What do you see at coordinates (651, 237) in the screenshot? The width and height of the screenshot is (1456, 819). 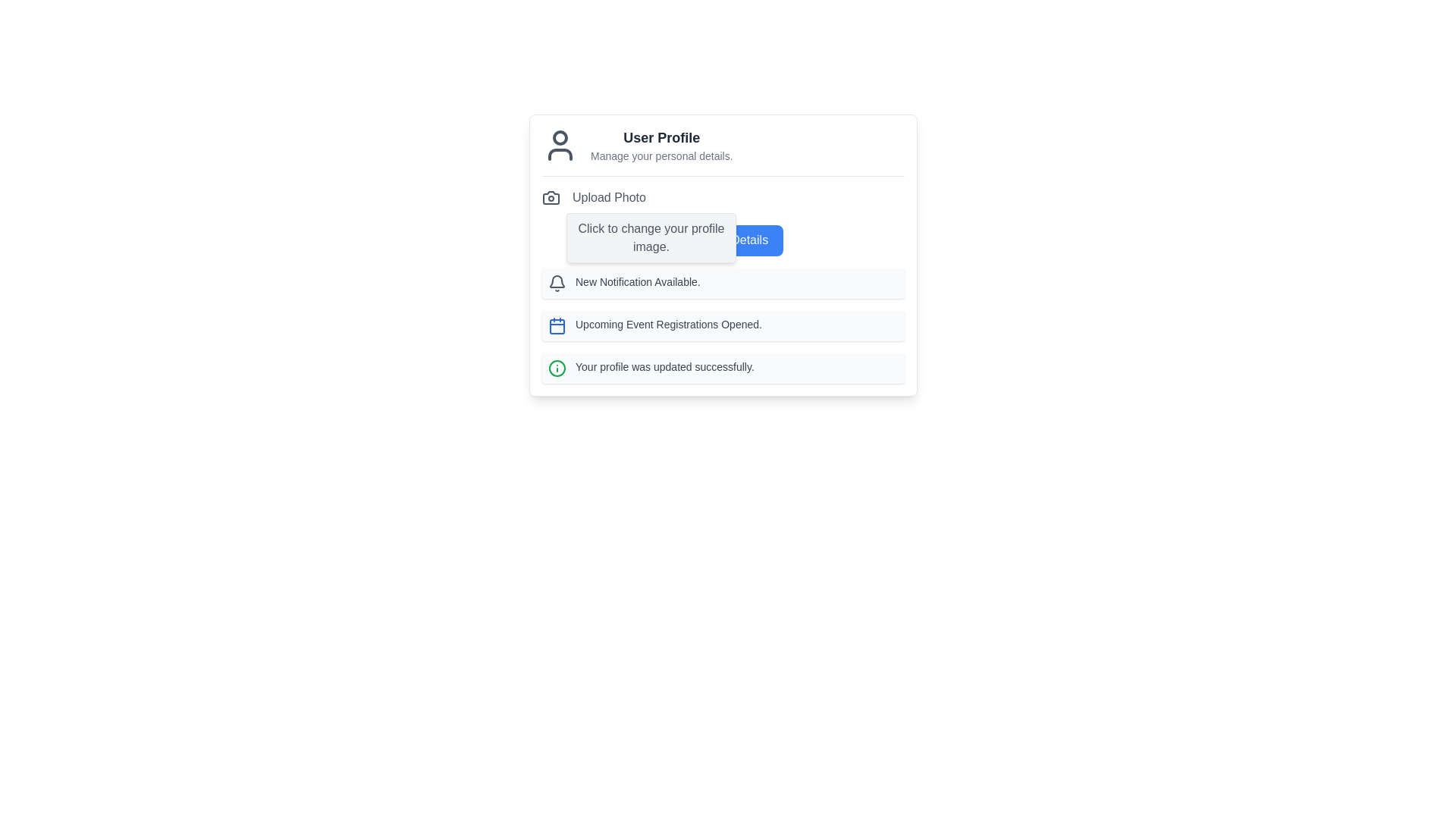 I see `the tooltip with the message 'Click to change your profile image.' that appears beneath the 'Upload Photo' label` at bounding box center [651, 237].